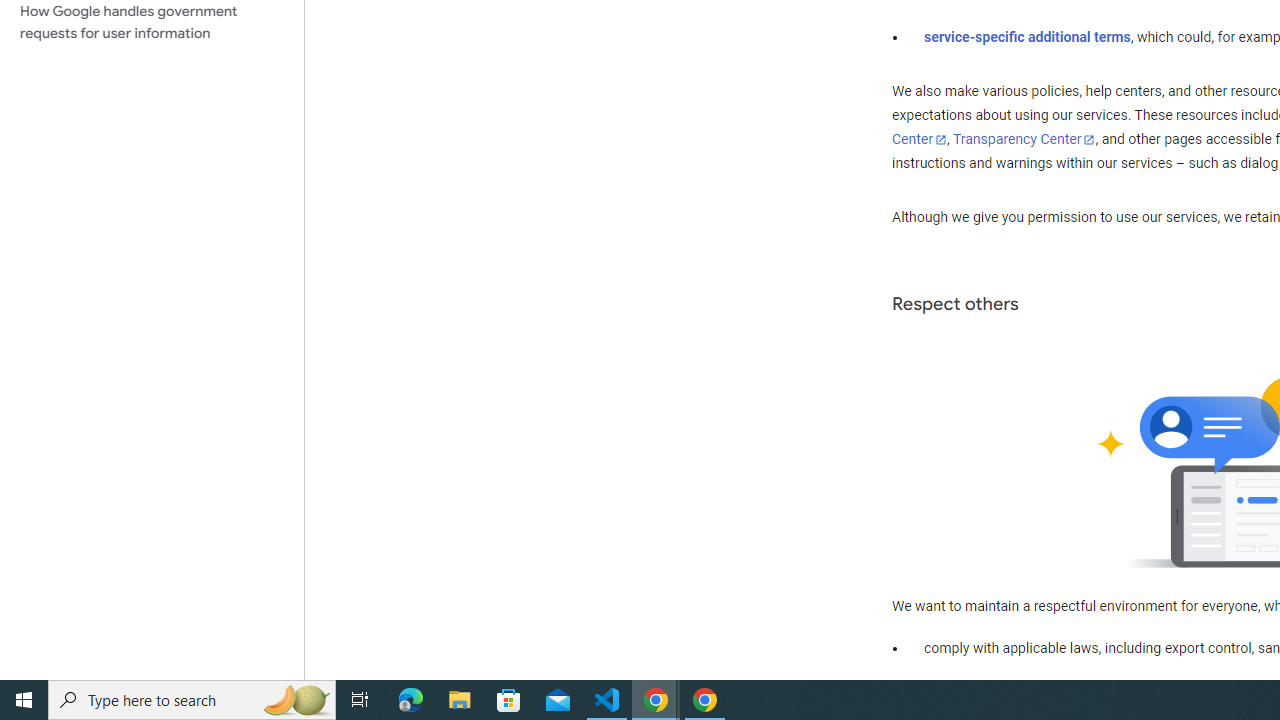  Describe the element at coordinates (1024, 139) in the screenshot. I see `'Transparency Center'` at that location.